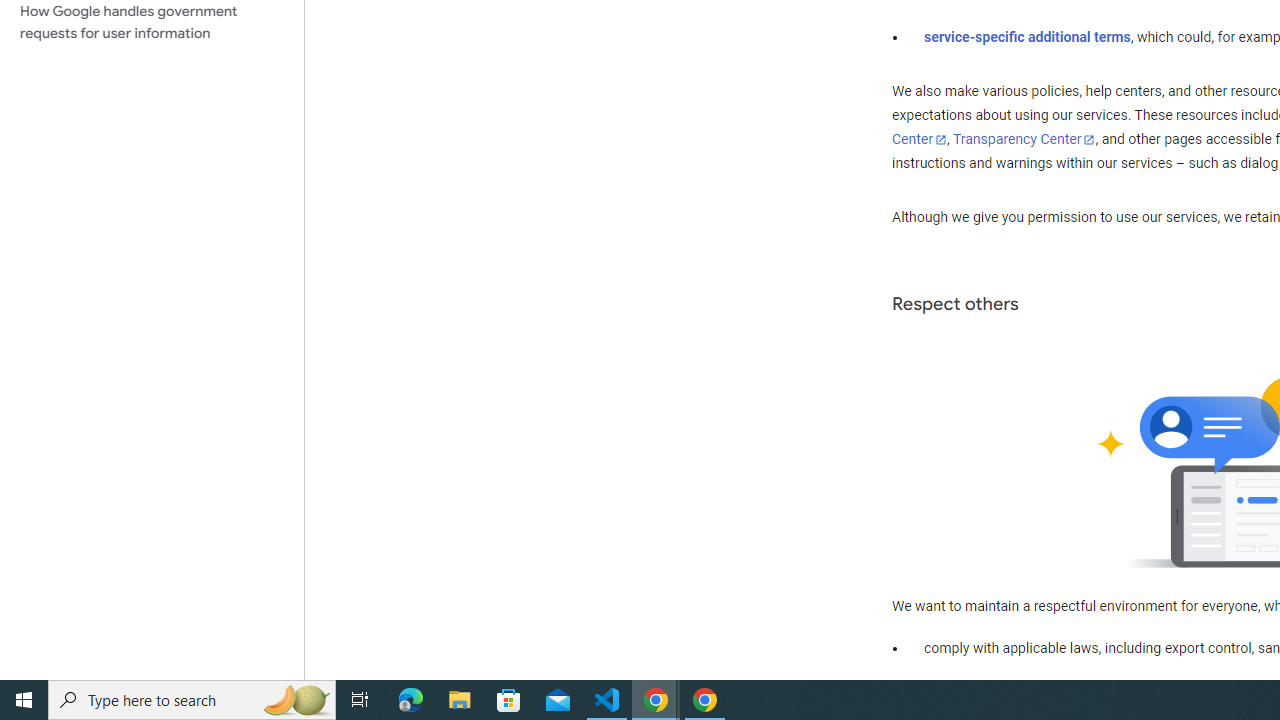  Describe the element at coordinates (1024, 139) in the screenshot. I see `'Transparency Center'` at that location.